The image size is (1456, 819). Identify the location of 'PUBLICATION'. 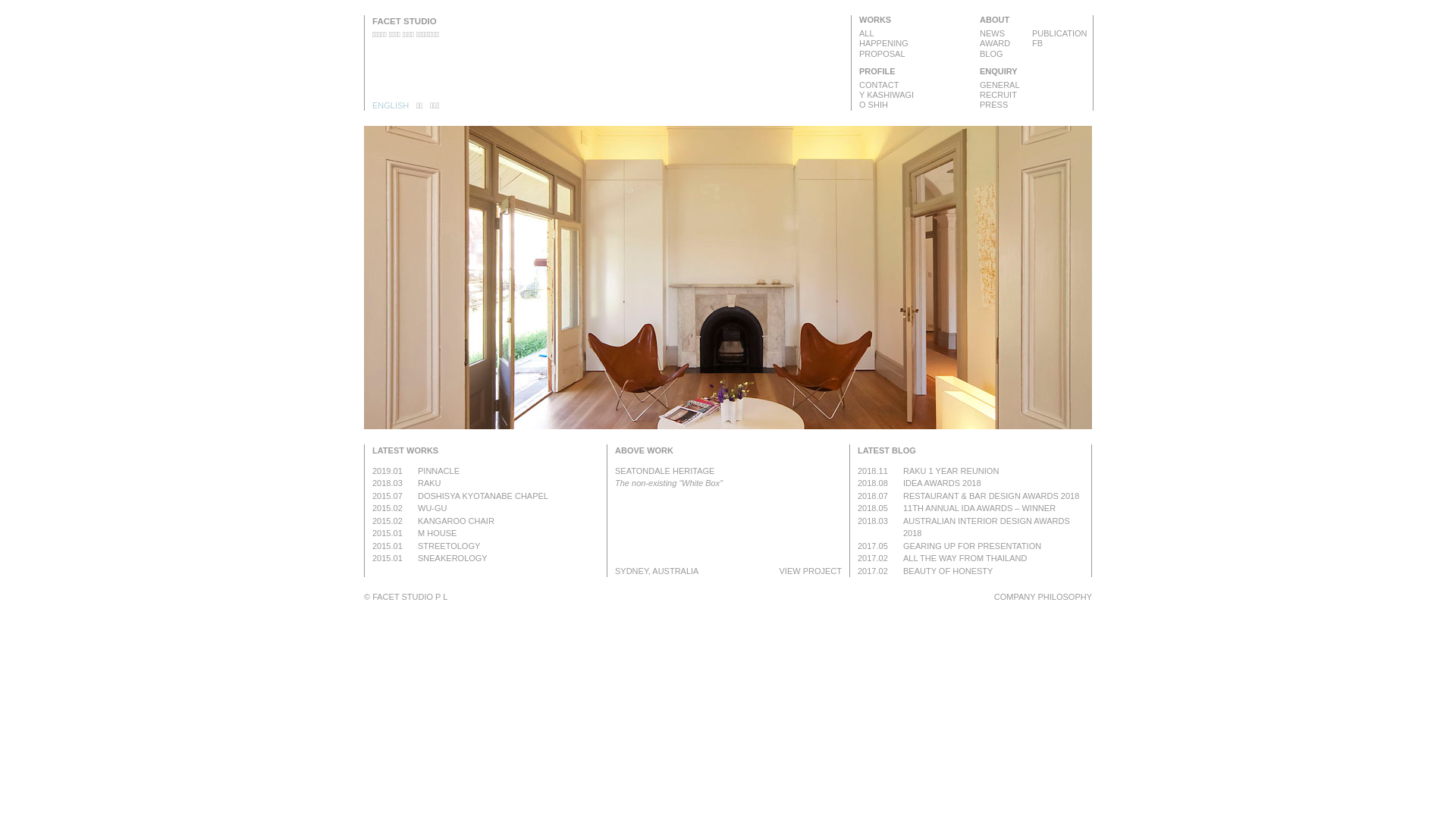
(1031, 33).